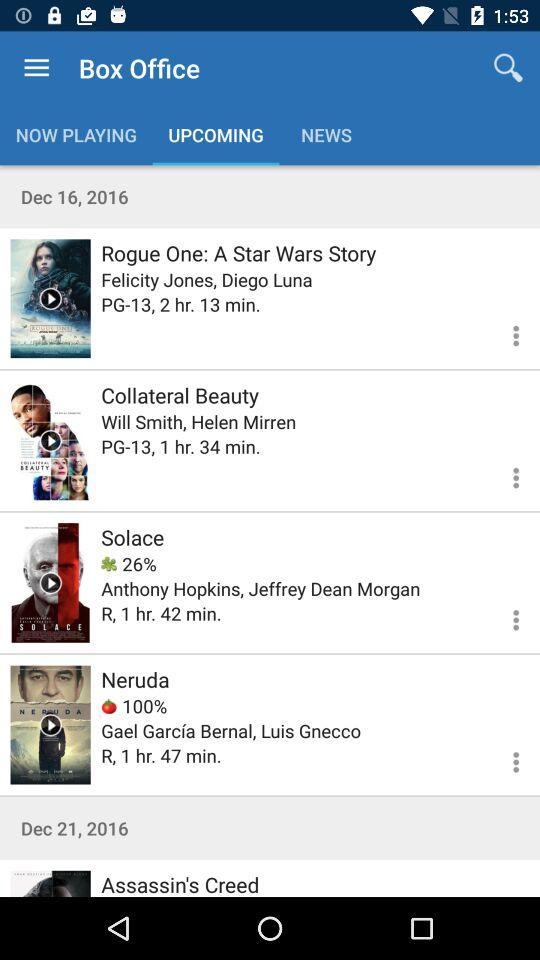 The width and height of the screenshot is (540, 960). Describe the element at coordinates (50, 582) in the screenshot. I see `solace movie` at that location.